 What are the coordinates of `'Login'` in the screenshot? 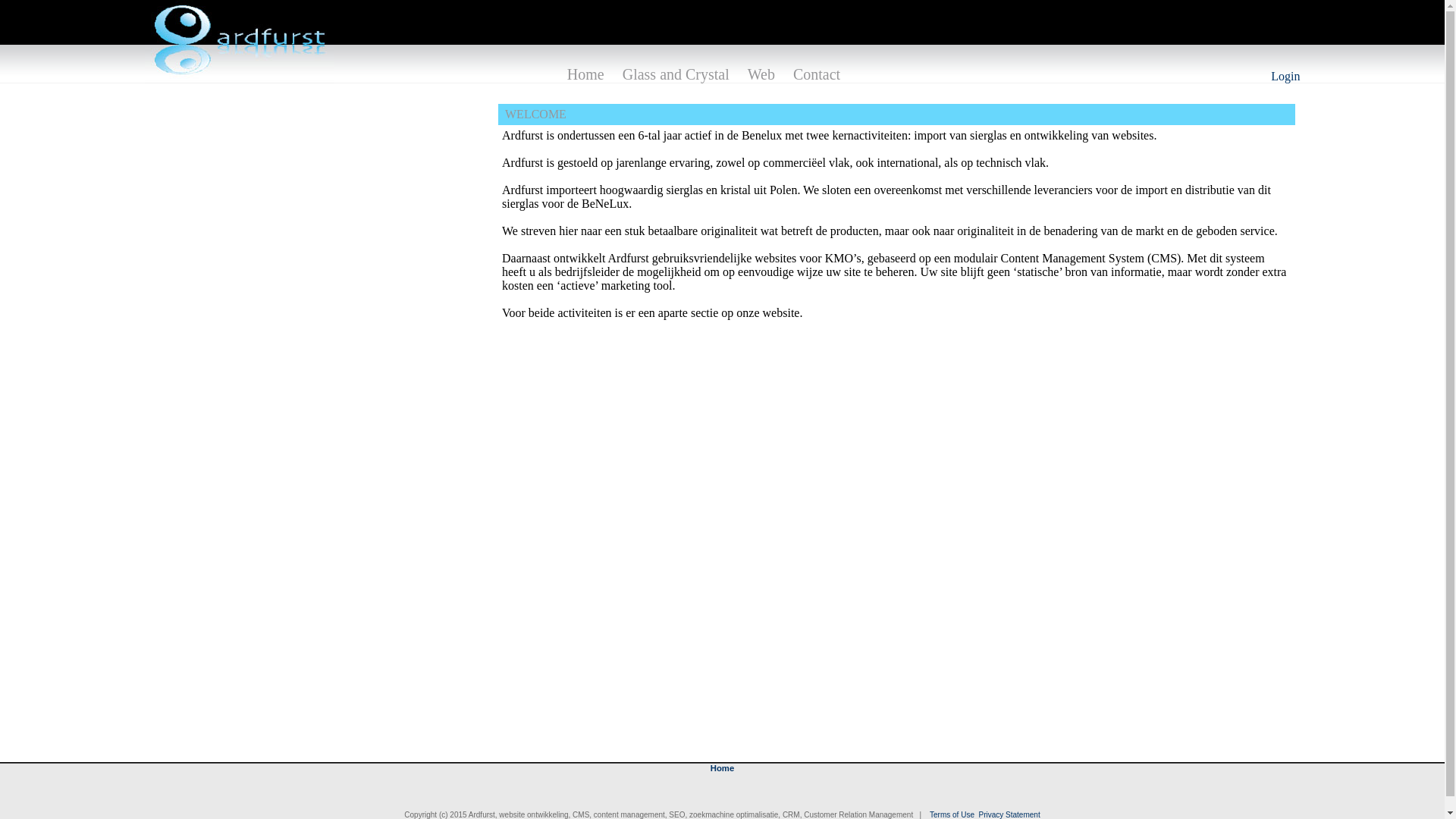 It's located at (1270, 76).